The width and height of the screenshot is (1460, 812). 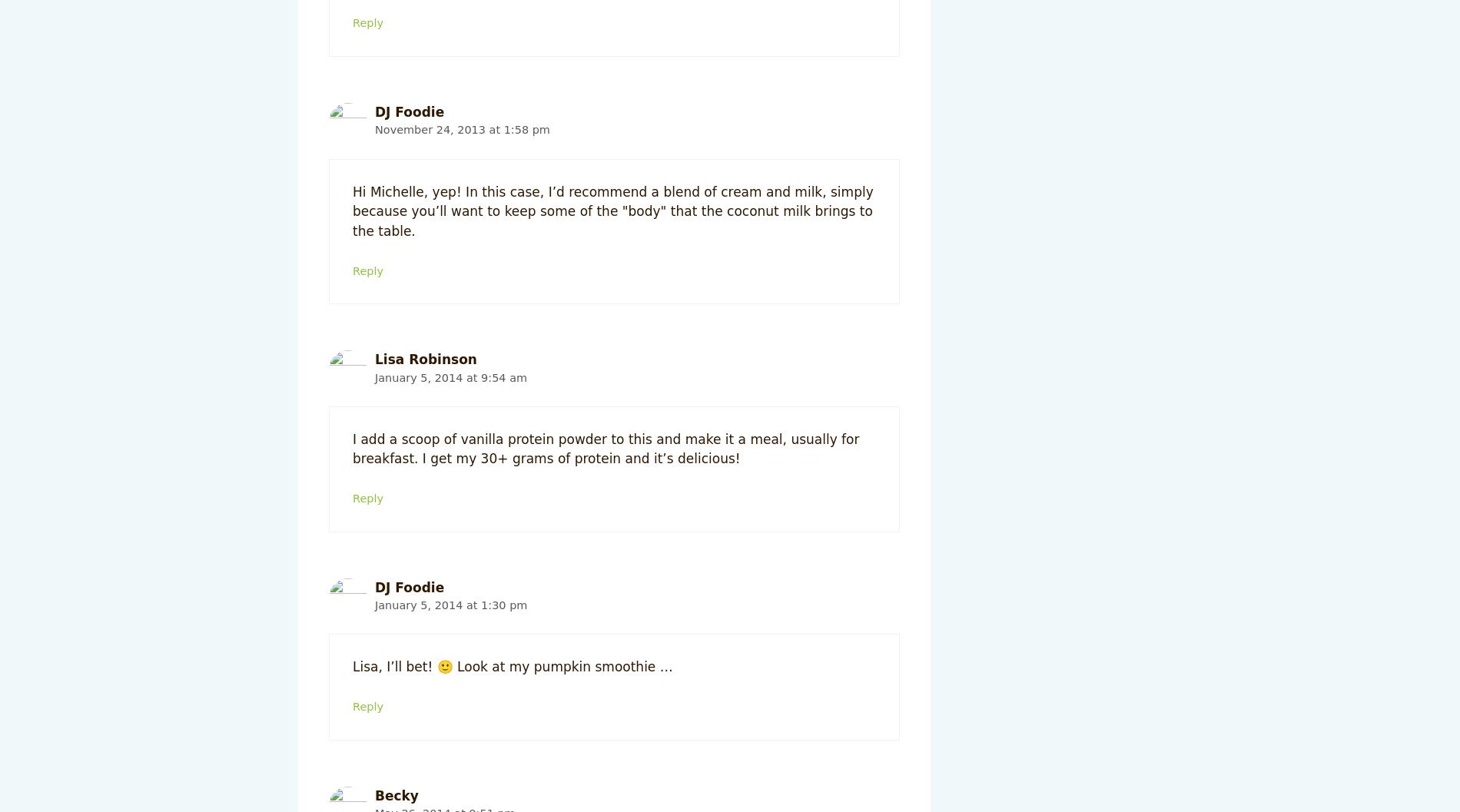 What do you see at coordinates (612, 210) in the screenshot?
I see `'Hi Michelle, yep!  In this case, I’d recommend a blend of cream and milk, simply because you’ll want to keep some of the "body" that the coconut milk brings to the table.'` at bounding box center [612, 210].